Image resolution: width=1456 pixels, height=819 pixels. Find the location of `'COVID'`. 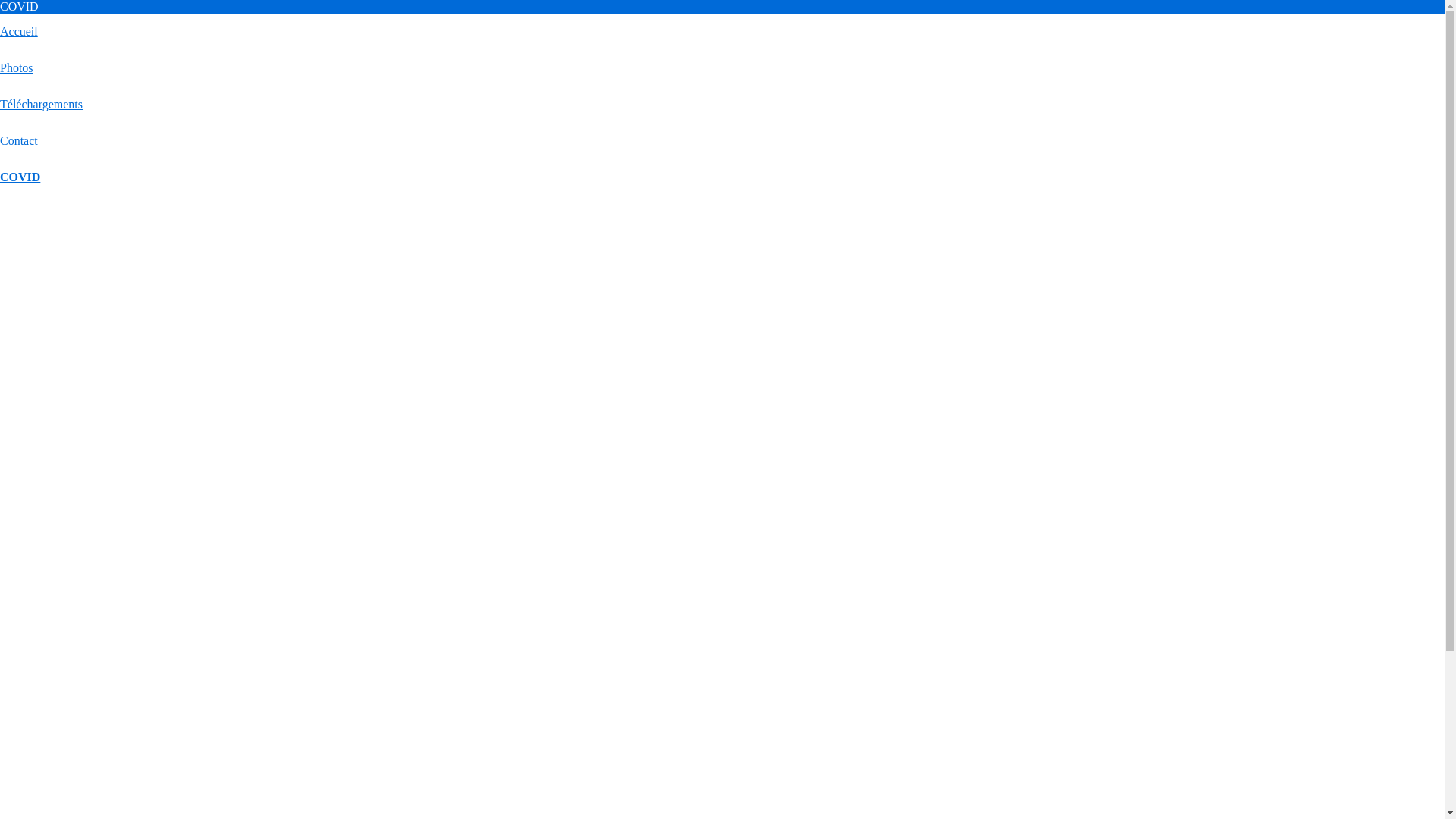

'COVID' is located at coordinates (20, 176).